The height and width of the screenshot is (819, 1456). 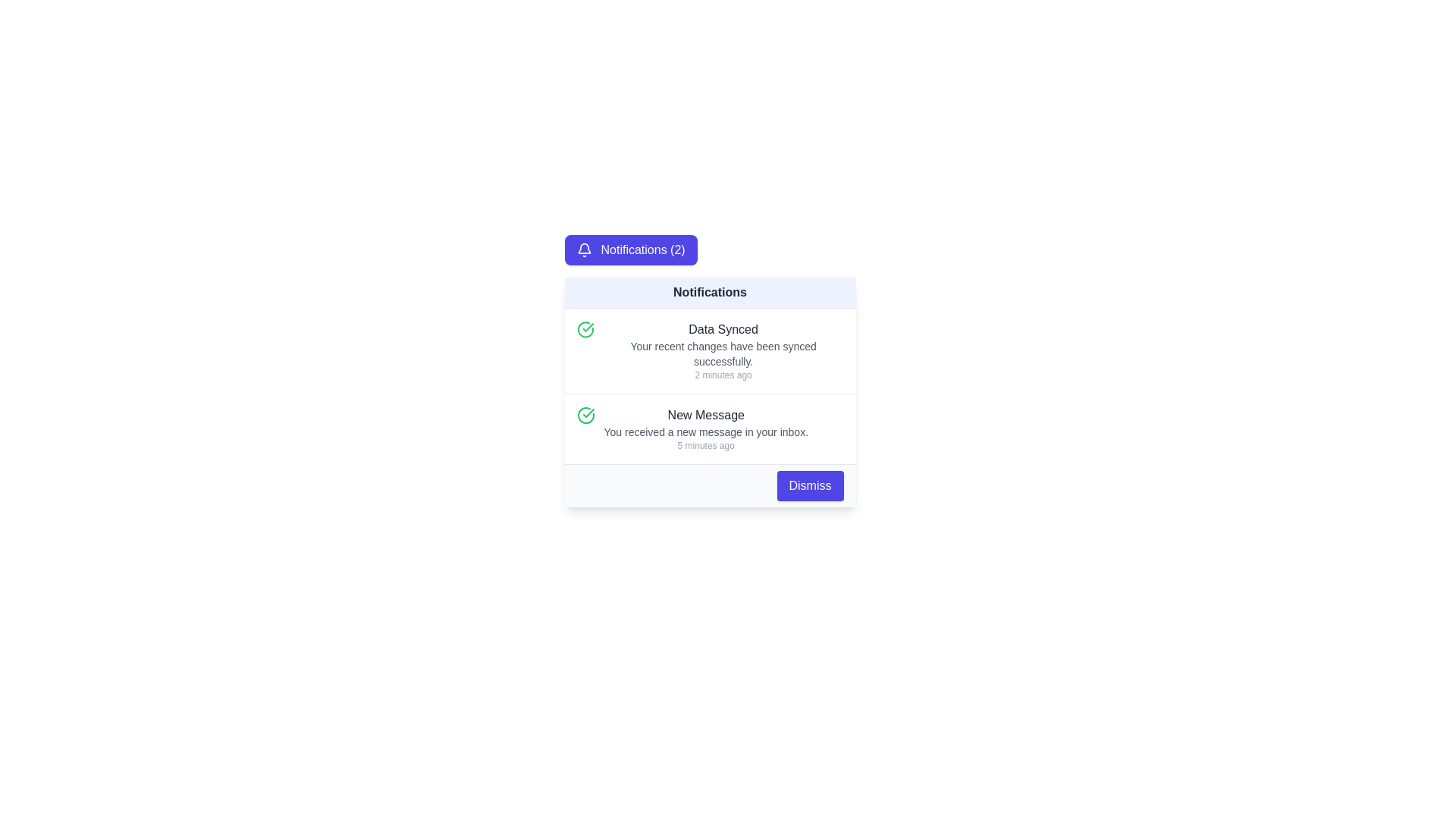 What do you see at coordinates (809, 485) in the screenshot?
I see `the dismiss button located at the lower right corner of the notification panel to observe the hover effect` at bounding box center [809, 485].